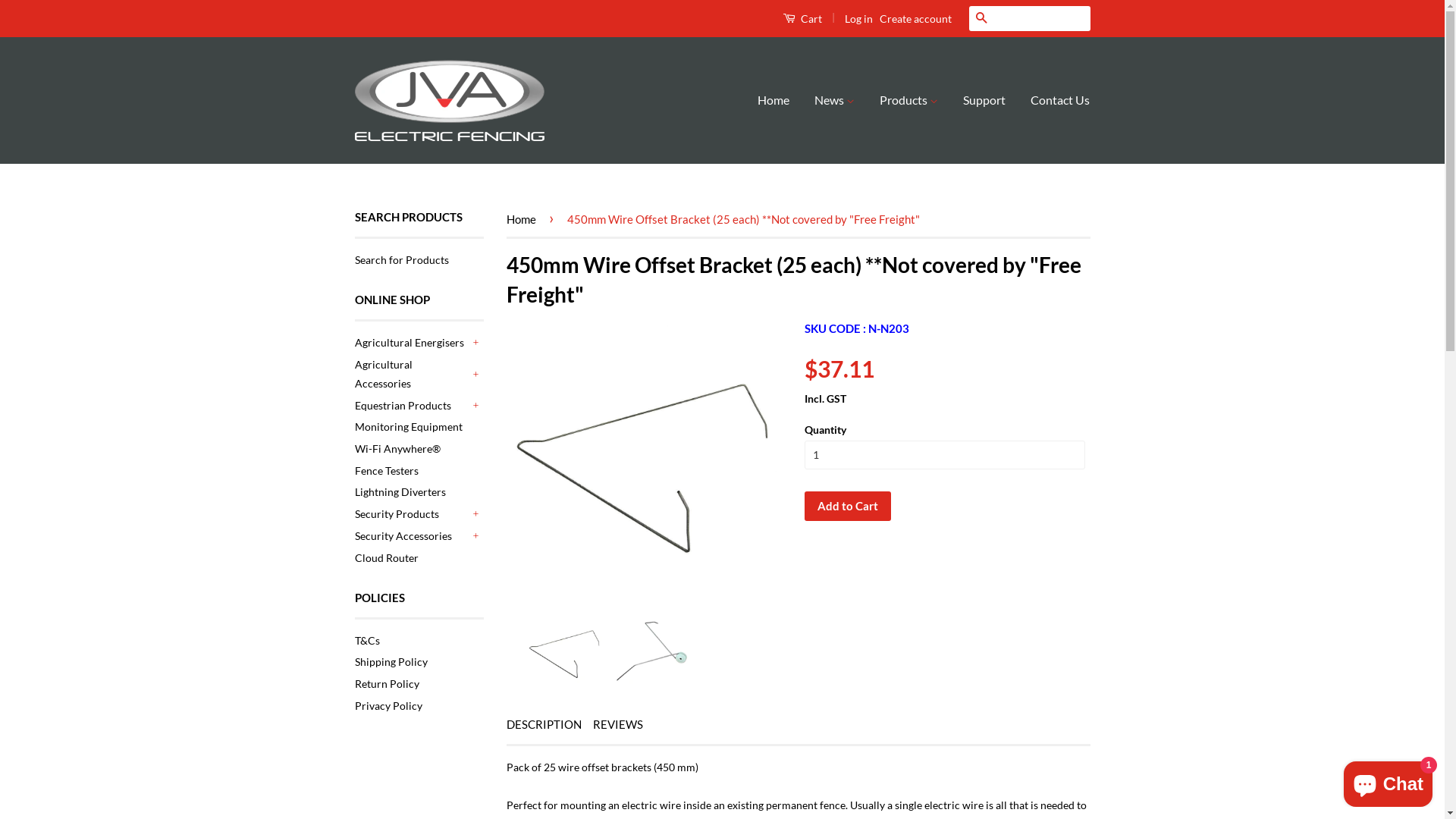 The height and width of the screenshot is (819, 1456). I want to click on 'Log in', so click(858, 18).